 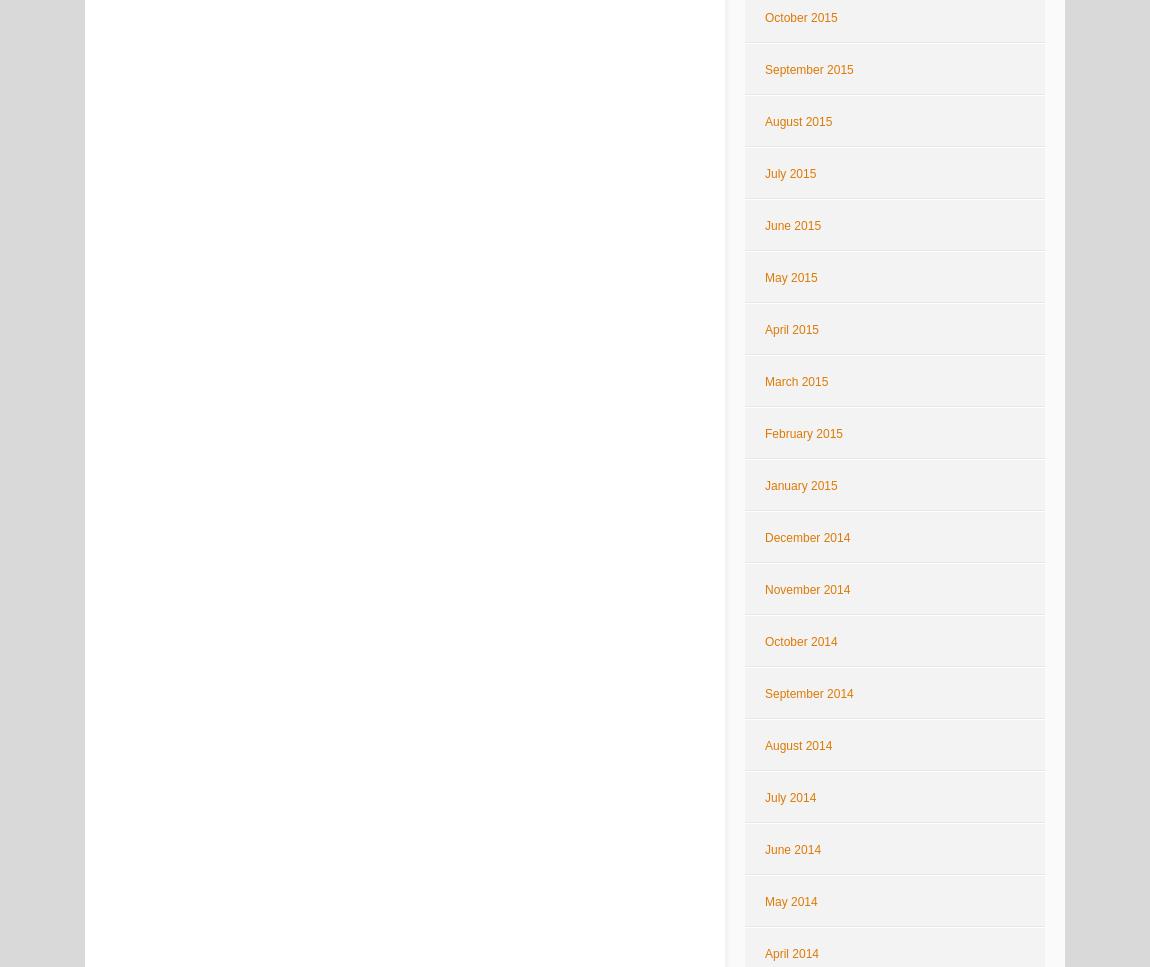 What do you see at coordinates (763, 17) in the screenshot?
I see `'October 2015'` at bounding box center [763, 17].